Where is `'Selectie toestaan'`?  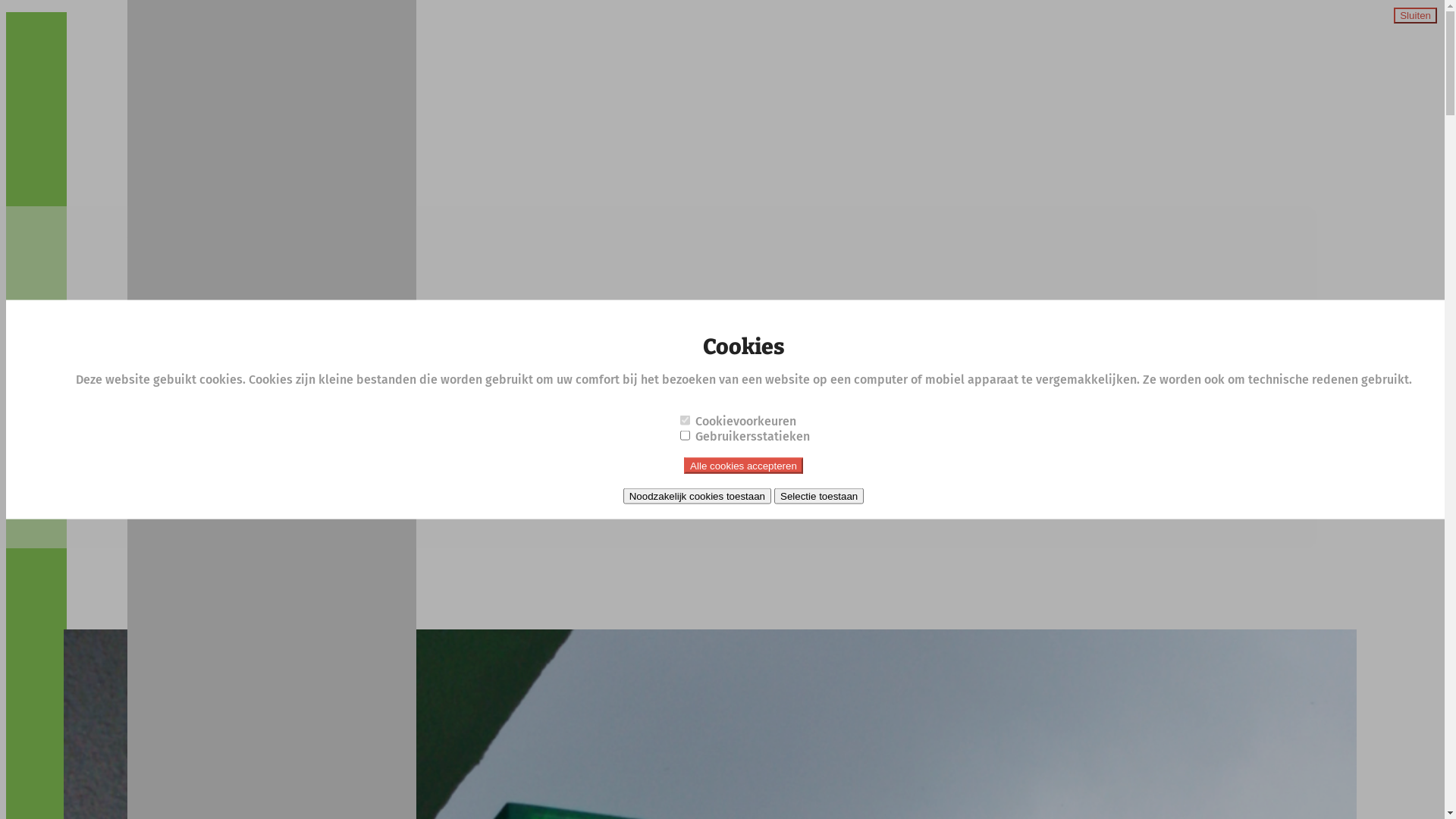
'Selectie toestaan' is located at coordinates (818, 495).